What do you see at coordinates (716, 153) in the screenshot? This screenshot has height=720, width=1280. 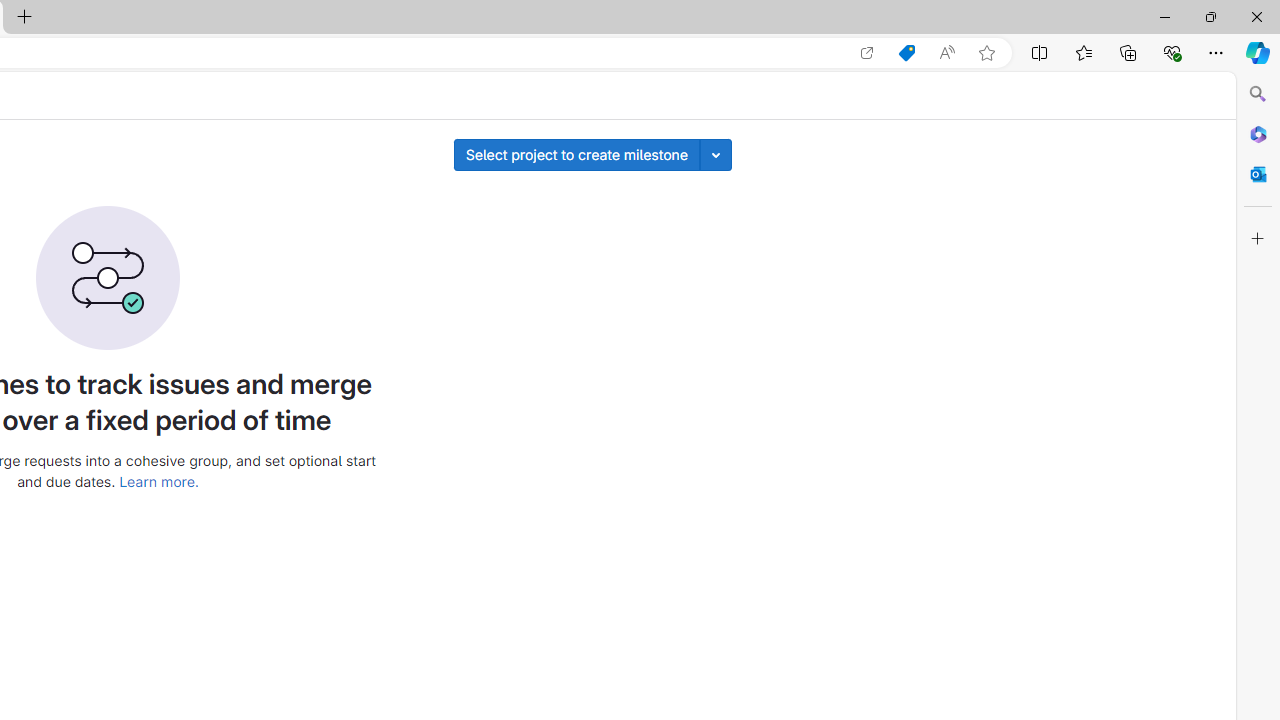 I see `'Toggle project select'` at bounding box center [716, 153].